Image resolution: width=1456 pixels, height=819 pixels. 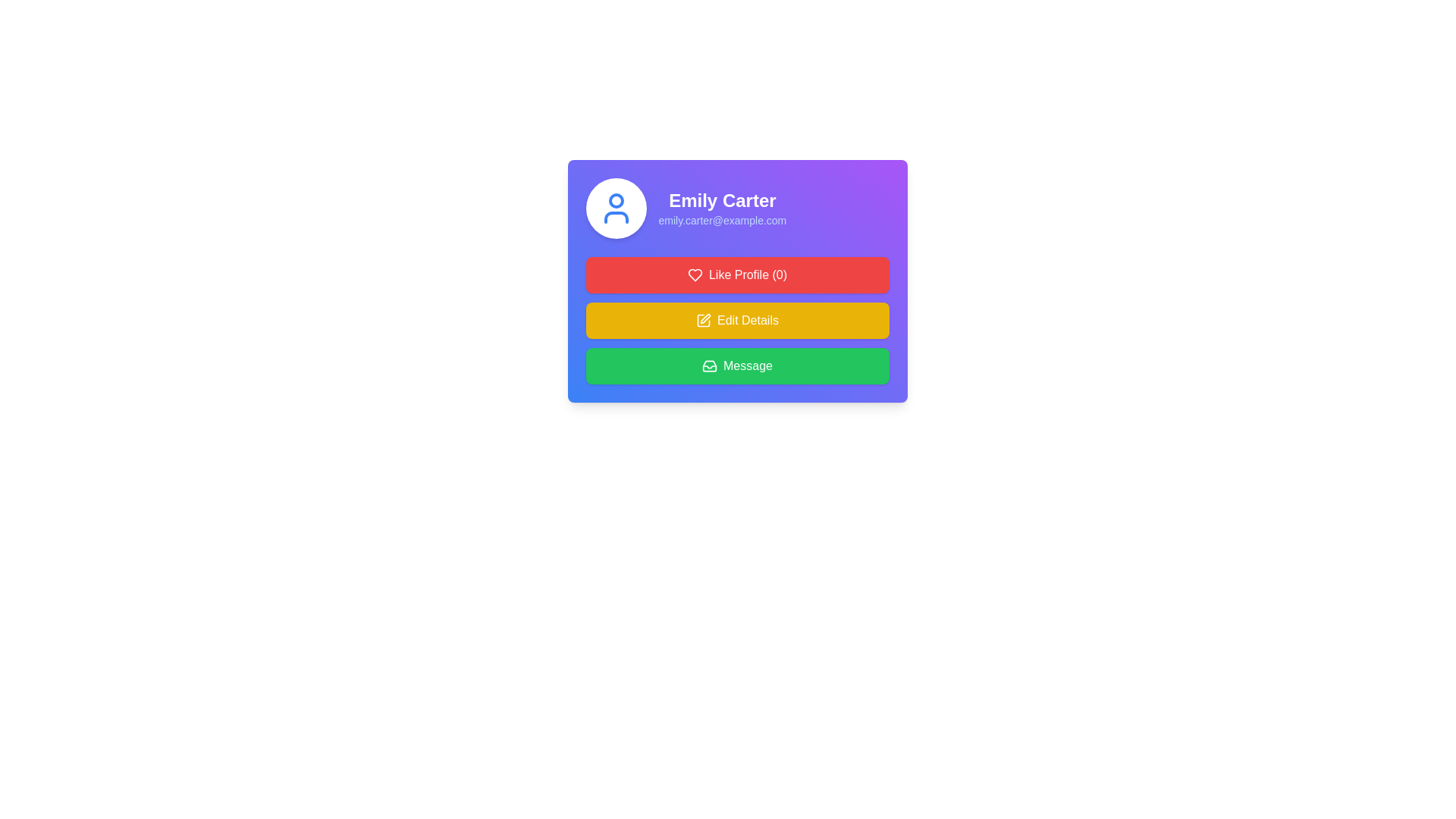 I want to click on the email link element displaying 'emily.carter@example.com', which is styled in light blue and positioned beneath the name 'Emily Carter', so click(x=721, y=220).